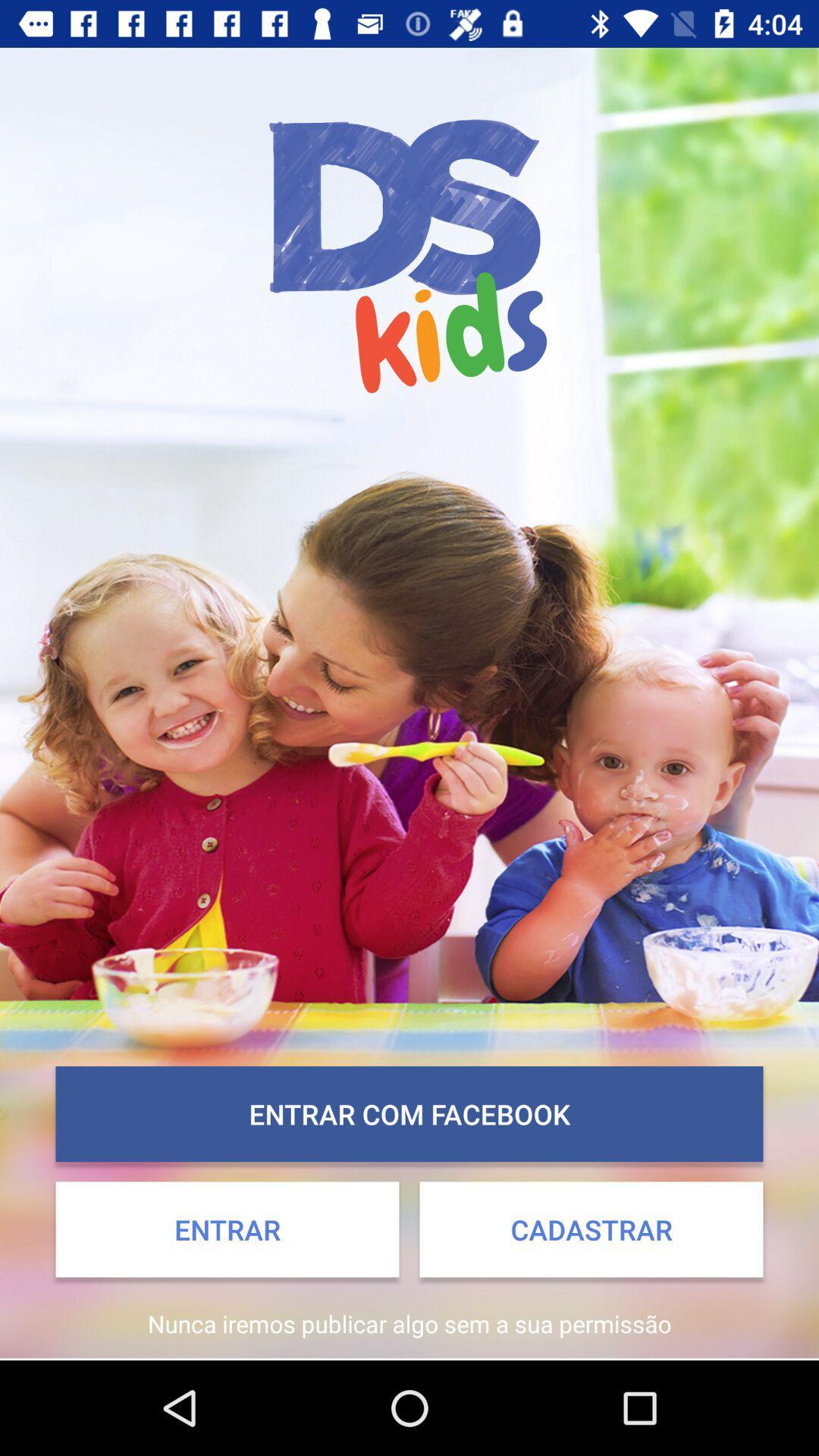  Describe the element at coordinates (409, 1114) in the screenshot. I see `entrar com facebook item` at that location.